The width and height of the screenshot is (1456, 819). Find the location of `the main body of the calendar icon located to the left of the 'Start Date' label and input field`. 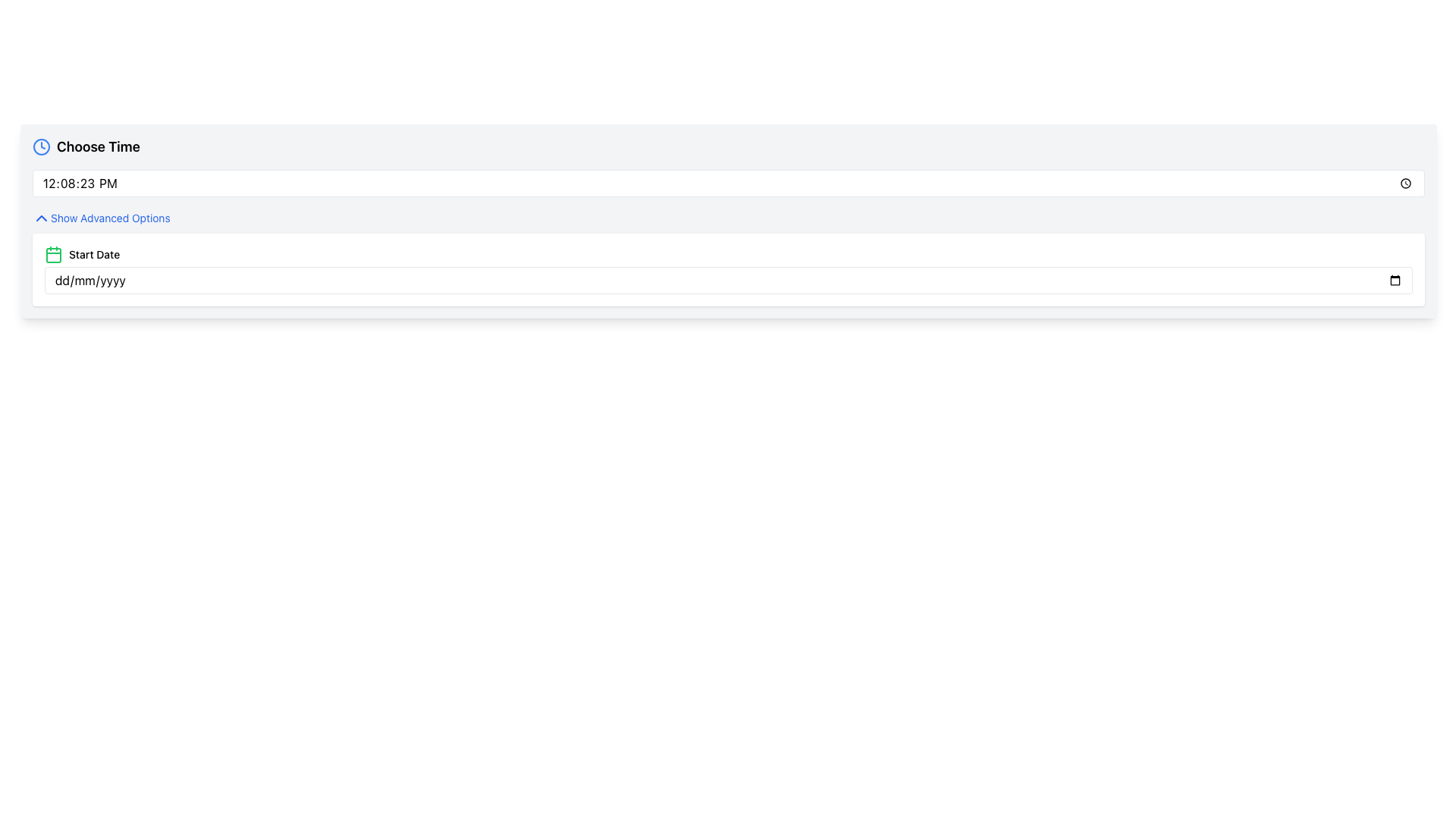

the main body of the calendar icon located to the left of the 'Start Date' label and input field is located at coordinates (54, 254).